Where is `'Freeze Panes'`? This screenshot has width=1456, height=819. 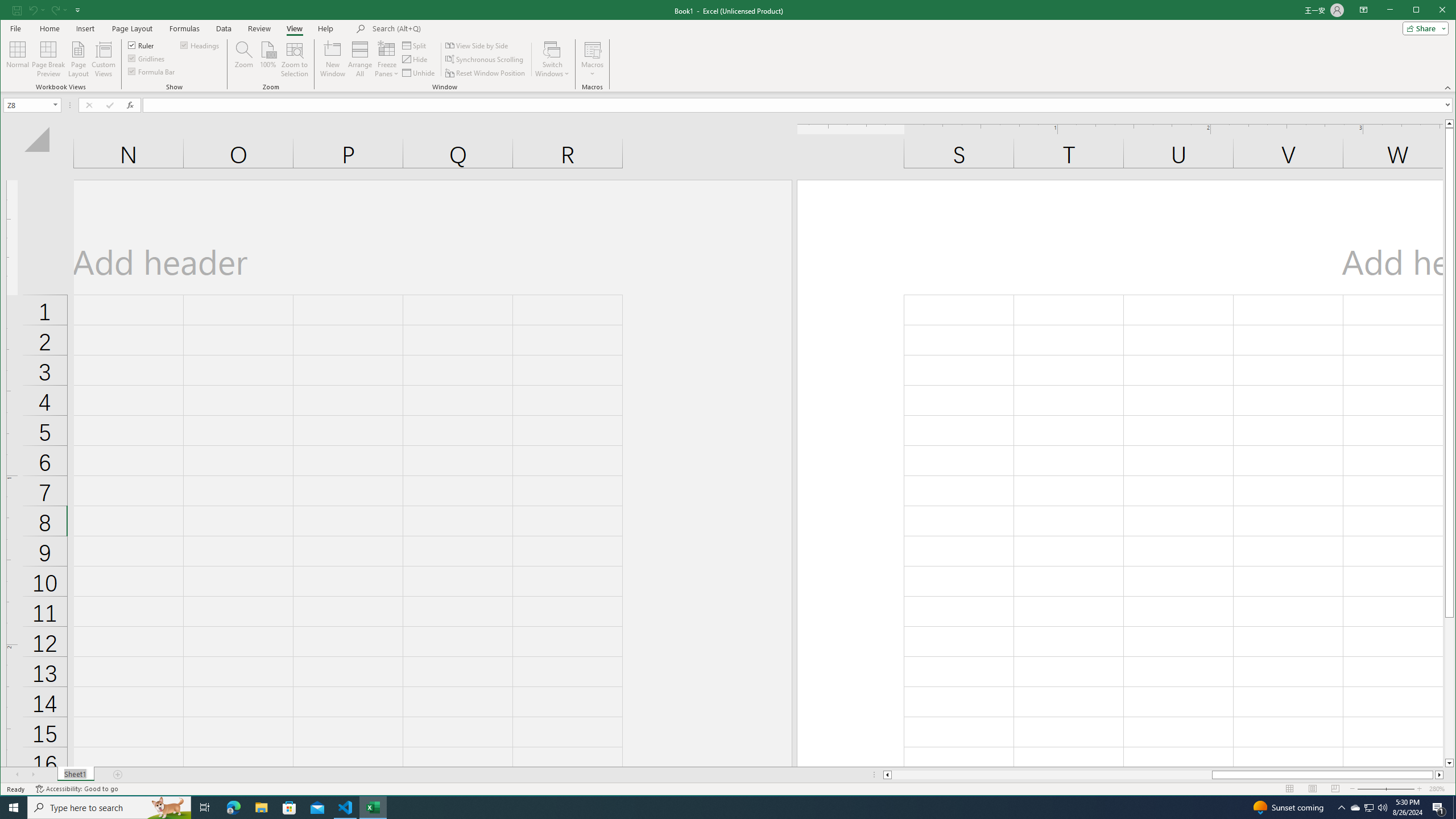
'Freeze Panes' is located at coordinates (387, 59).